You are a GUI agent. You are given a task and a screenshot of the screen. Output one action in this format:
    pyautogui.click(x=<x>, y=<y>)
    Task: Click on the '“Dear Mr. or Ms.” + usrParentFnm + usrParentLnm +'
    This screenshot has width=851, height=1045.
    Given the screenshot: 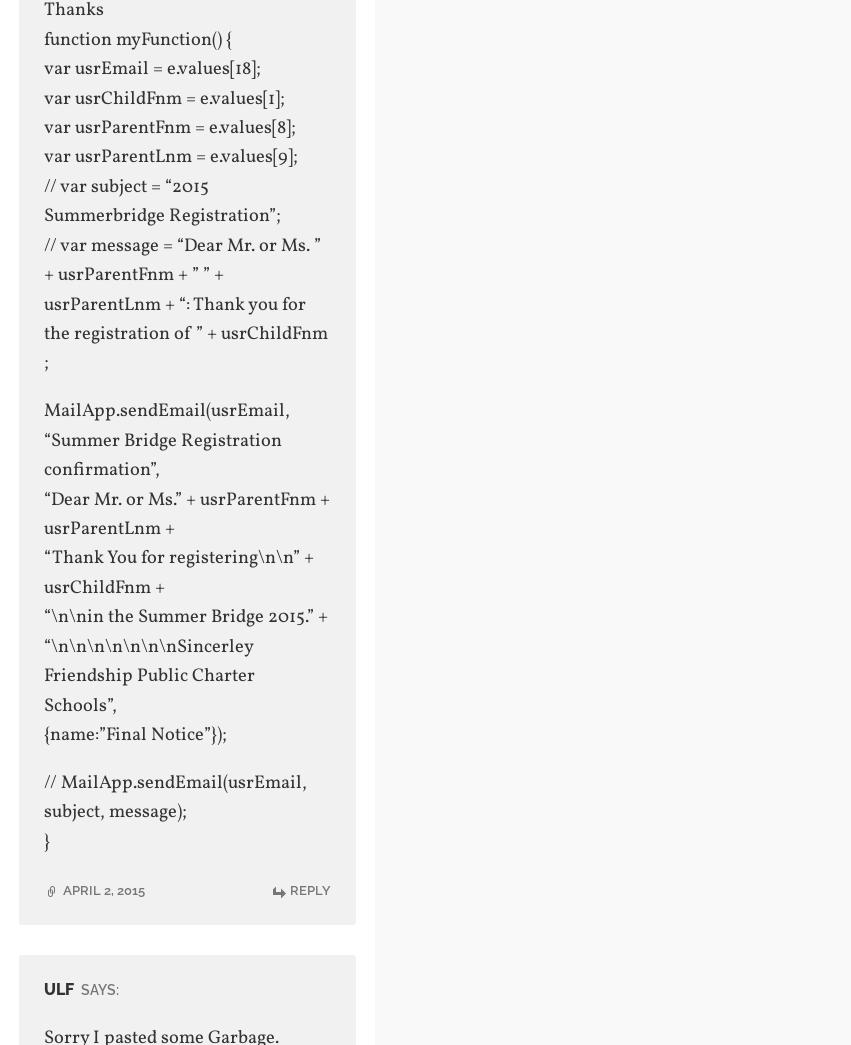 What is the action you would take?
    pyautogui.click(x=185, y=513)
    